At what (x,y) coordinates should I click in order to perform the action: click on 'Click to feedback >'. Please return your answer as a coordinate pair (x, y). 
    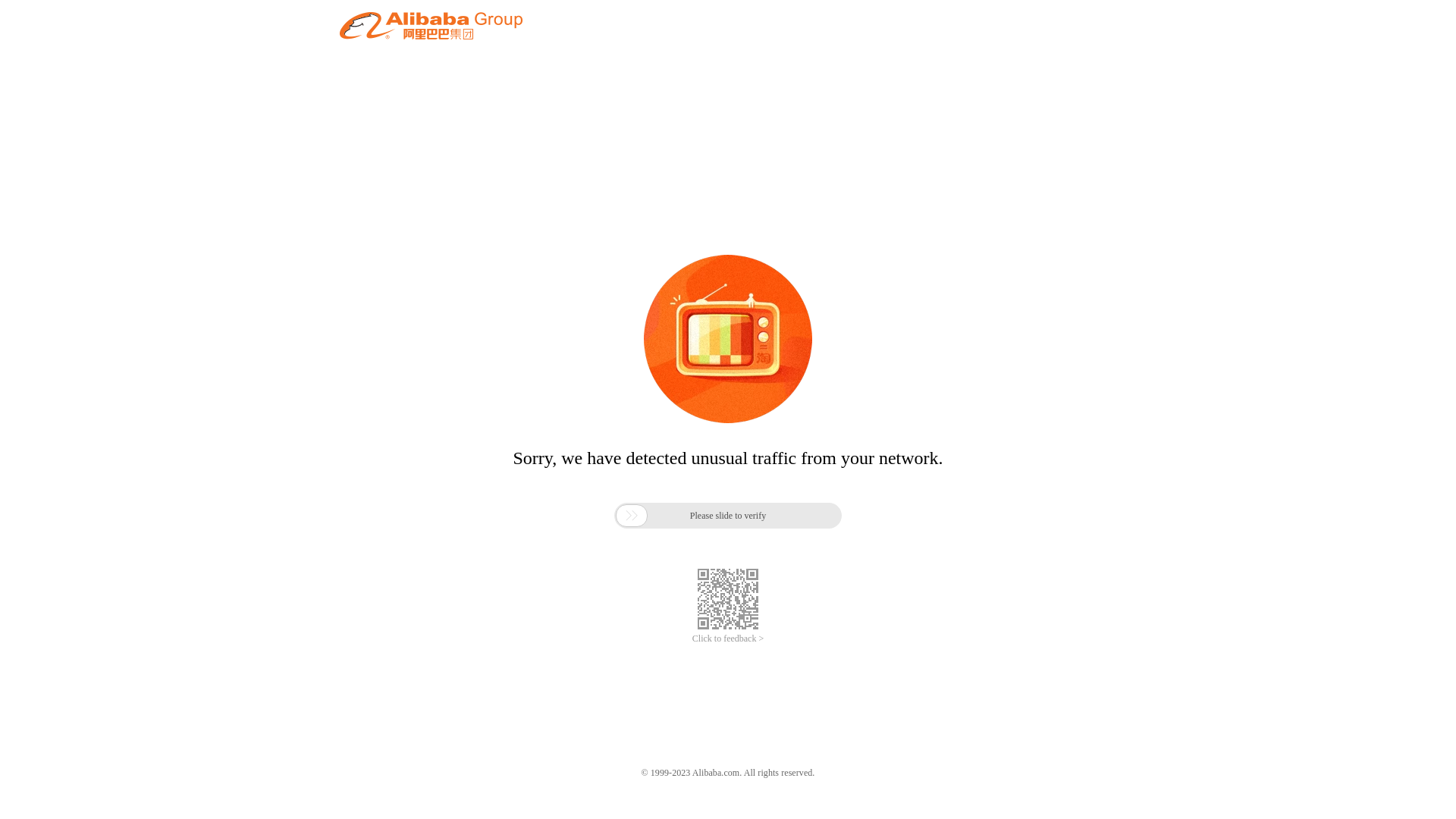
    Looking at the image, I should click on (691, 639).